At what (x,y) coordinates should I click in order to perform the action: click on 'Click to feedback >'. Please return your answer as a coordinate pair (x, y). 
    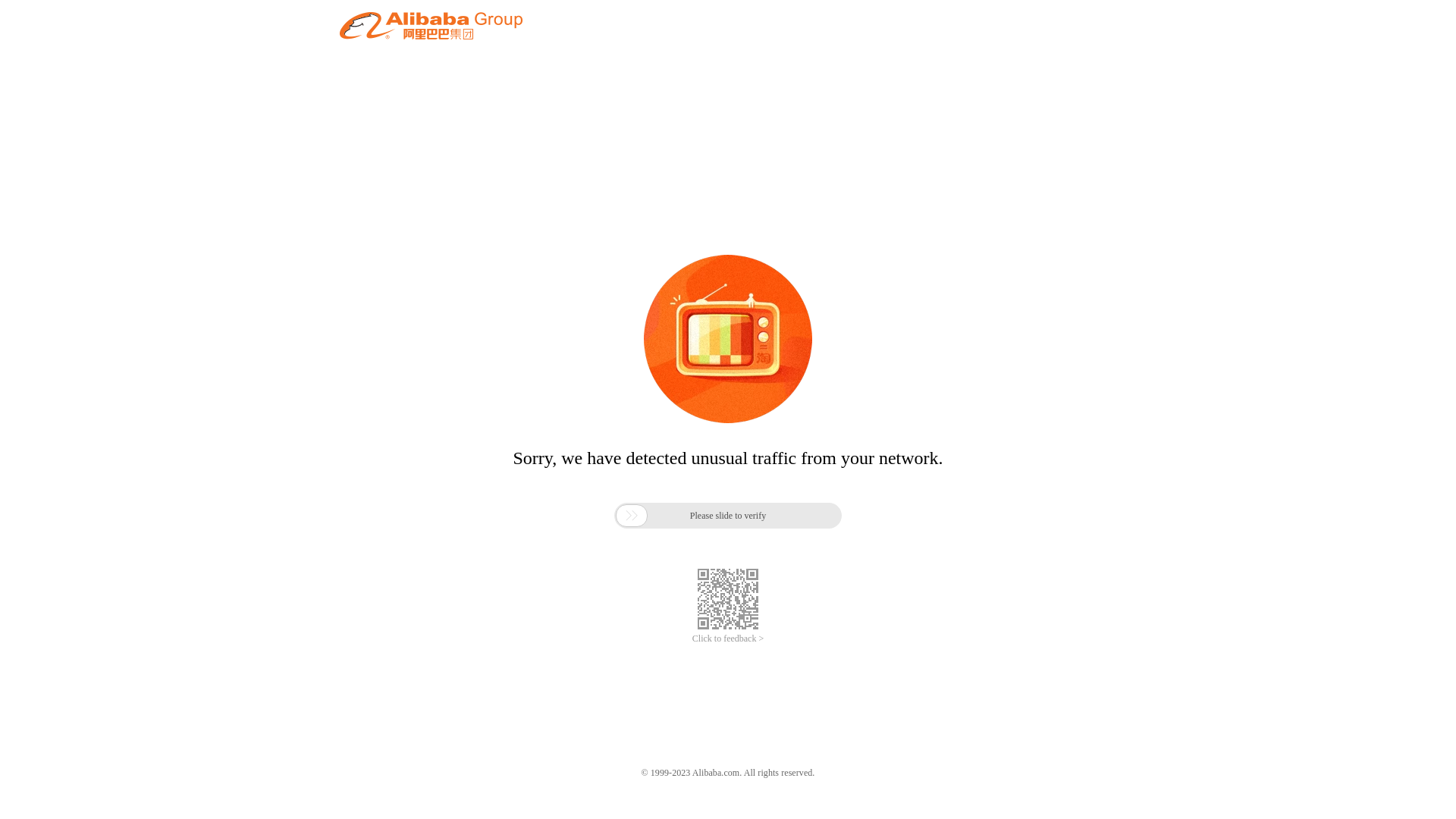
    Looking at the image, I should click on (691, 639).